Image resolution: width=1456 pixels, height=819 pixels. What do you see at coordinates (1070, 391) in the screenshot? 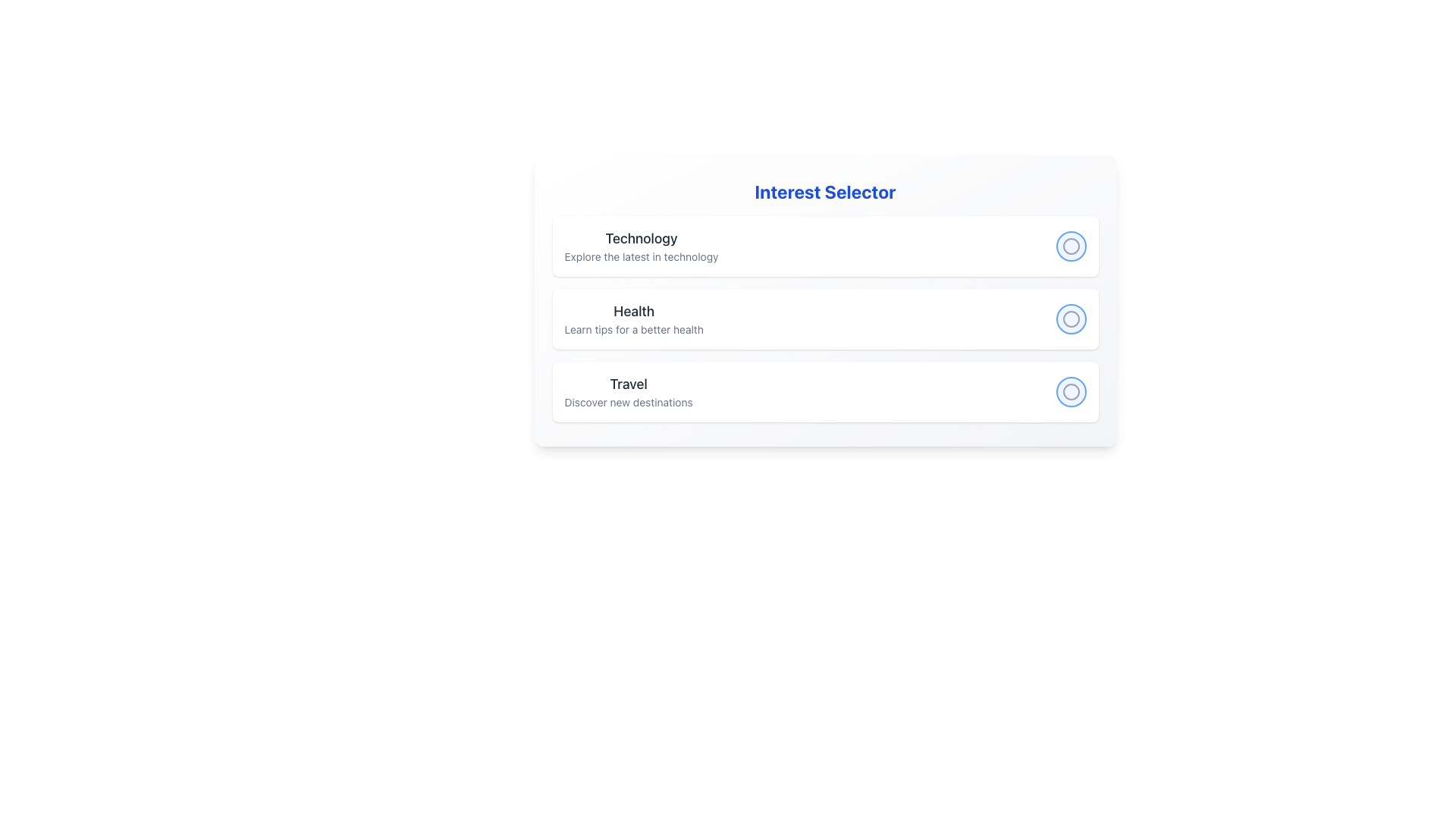
I see `the circular graphical component with a defined border color` at bounding box center [1070, 391].